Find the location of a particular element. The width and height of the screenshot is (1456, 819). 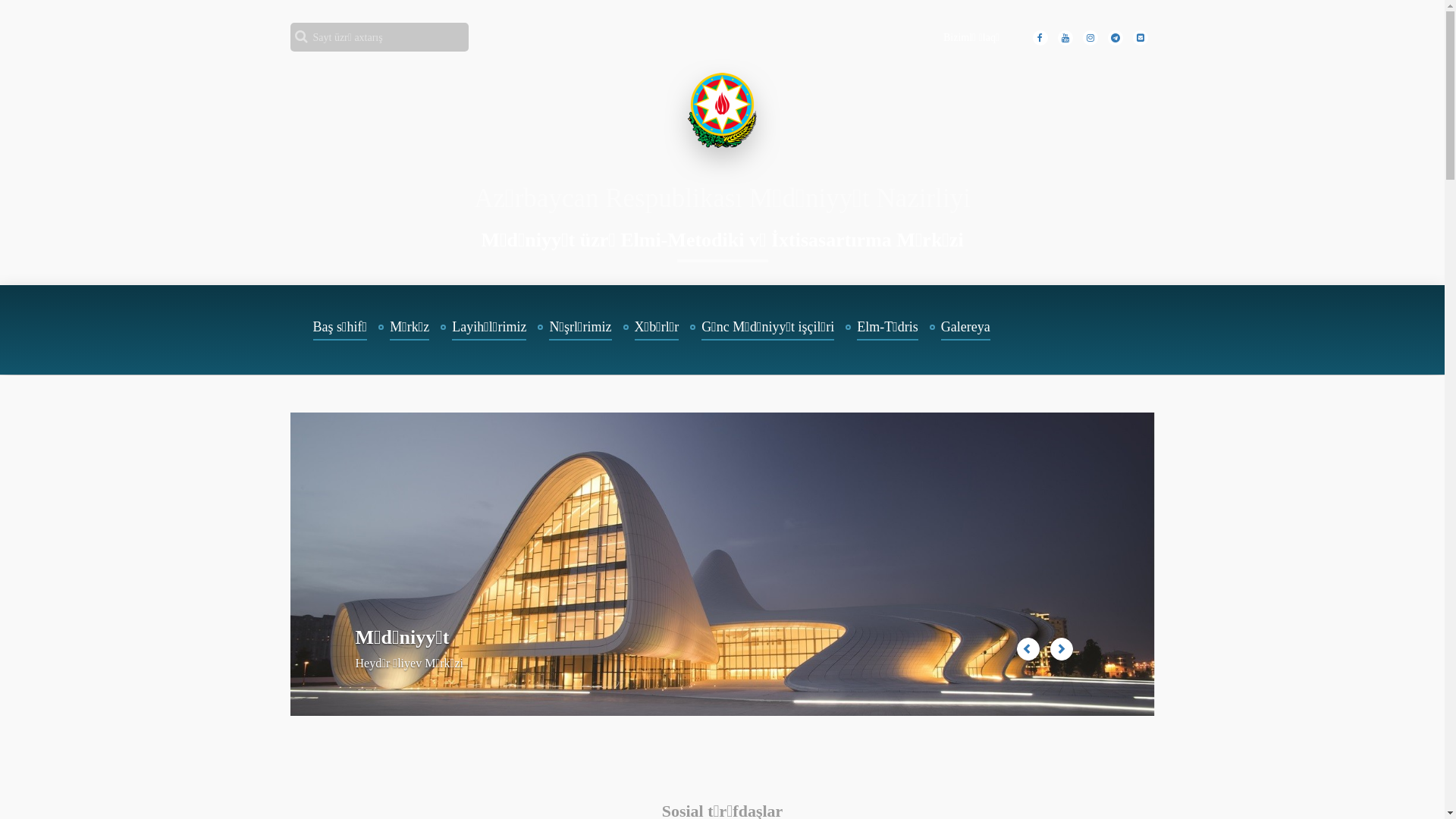

'Galereya' is located at coordinates (965, 329).